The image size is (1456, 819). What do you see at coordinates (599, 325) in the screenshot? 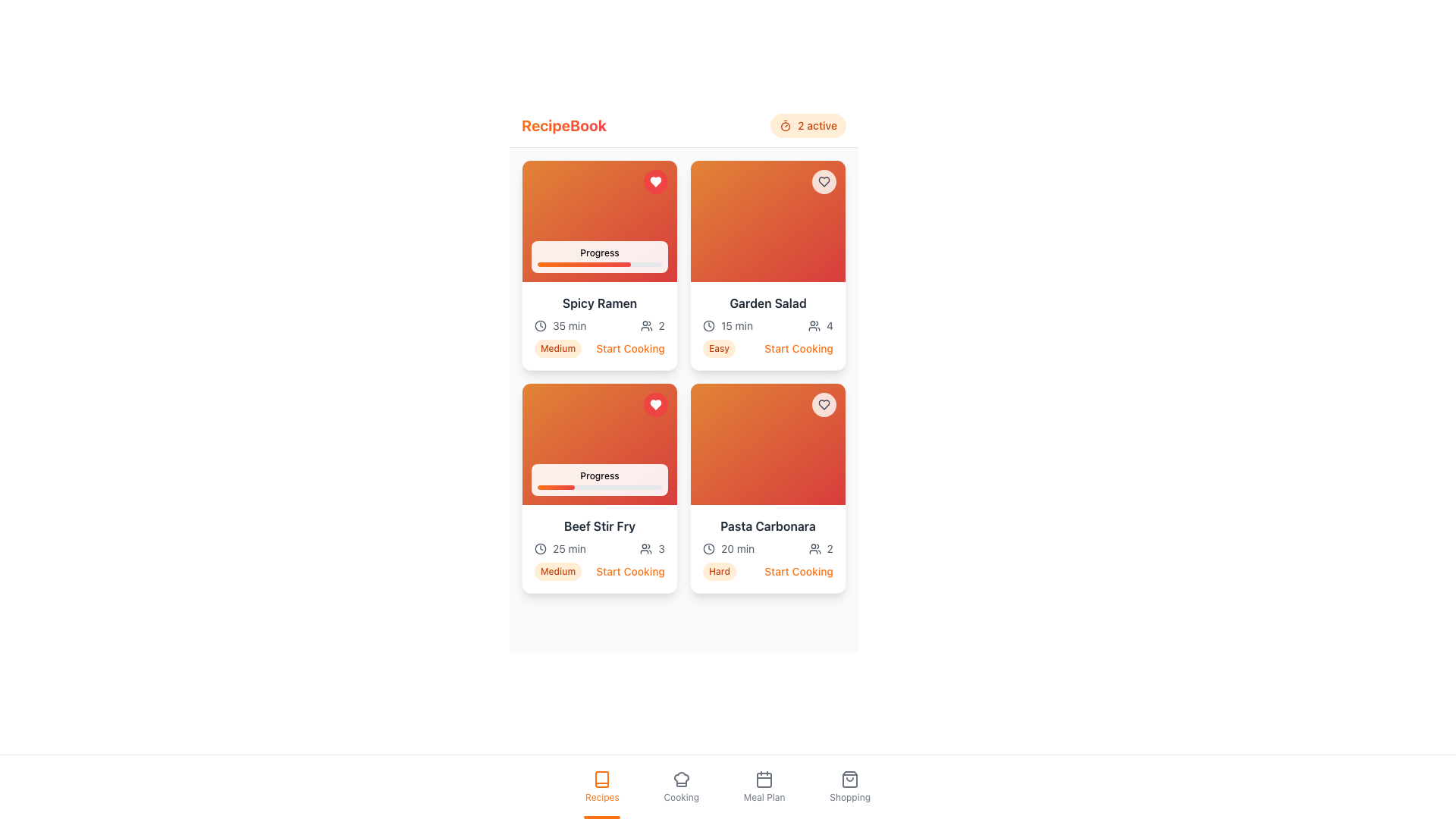
I see `estimated cooking time and serving count displayed in the Metadata section of the 'Spicy Ramen' recipe card, located under the title 'Spicy Ramen'` at bounding box center [599, 325].